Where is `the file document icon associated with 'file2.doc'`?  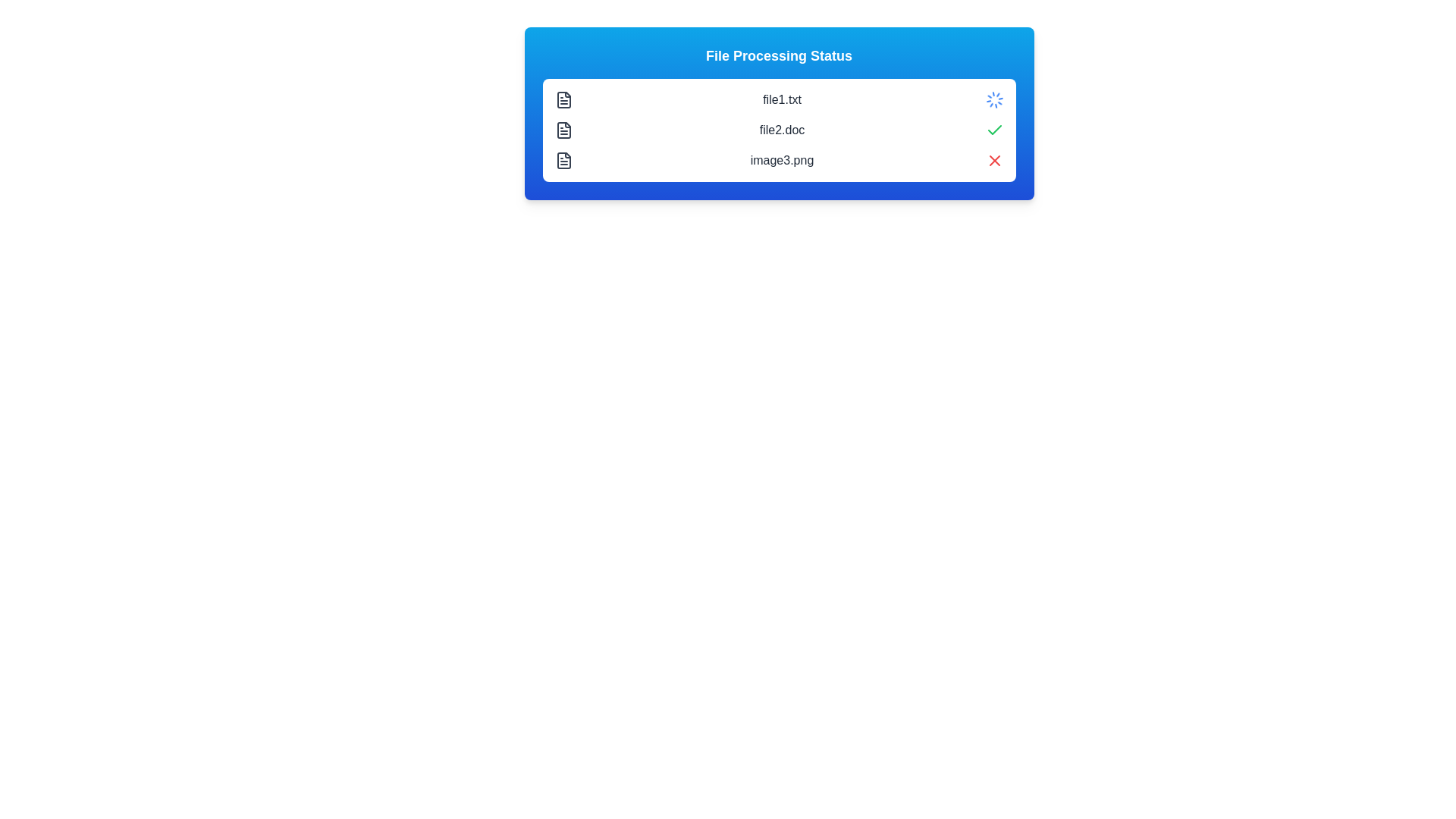 the file document icon associated with 'file2.doc' is located at coordinates (563, 130).